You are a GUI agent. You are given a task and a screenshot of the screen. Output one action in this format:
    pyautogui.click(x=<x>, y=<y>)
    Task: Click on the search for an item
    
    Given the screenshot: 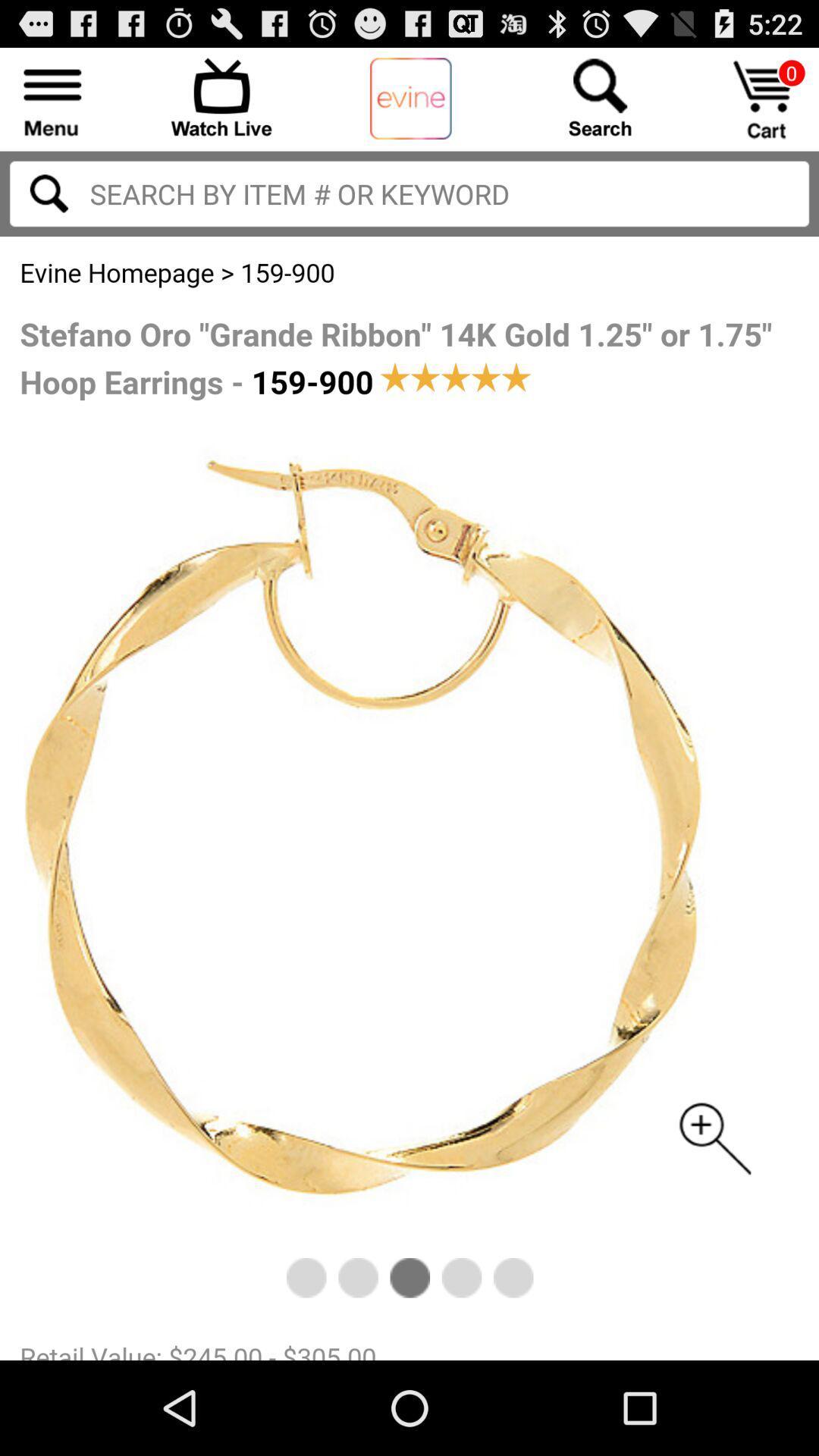 What is the action you would take?
    pyautogui.click(x=599, y=96)
    